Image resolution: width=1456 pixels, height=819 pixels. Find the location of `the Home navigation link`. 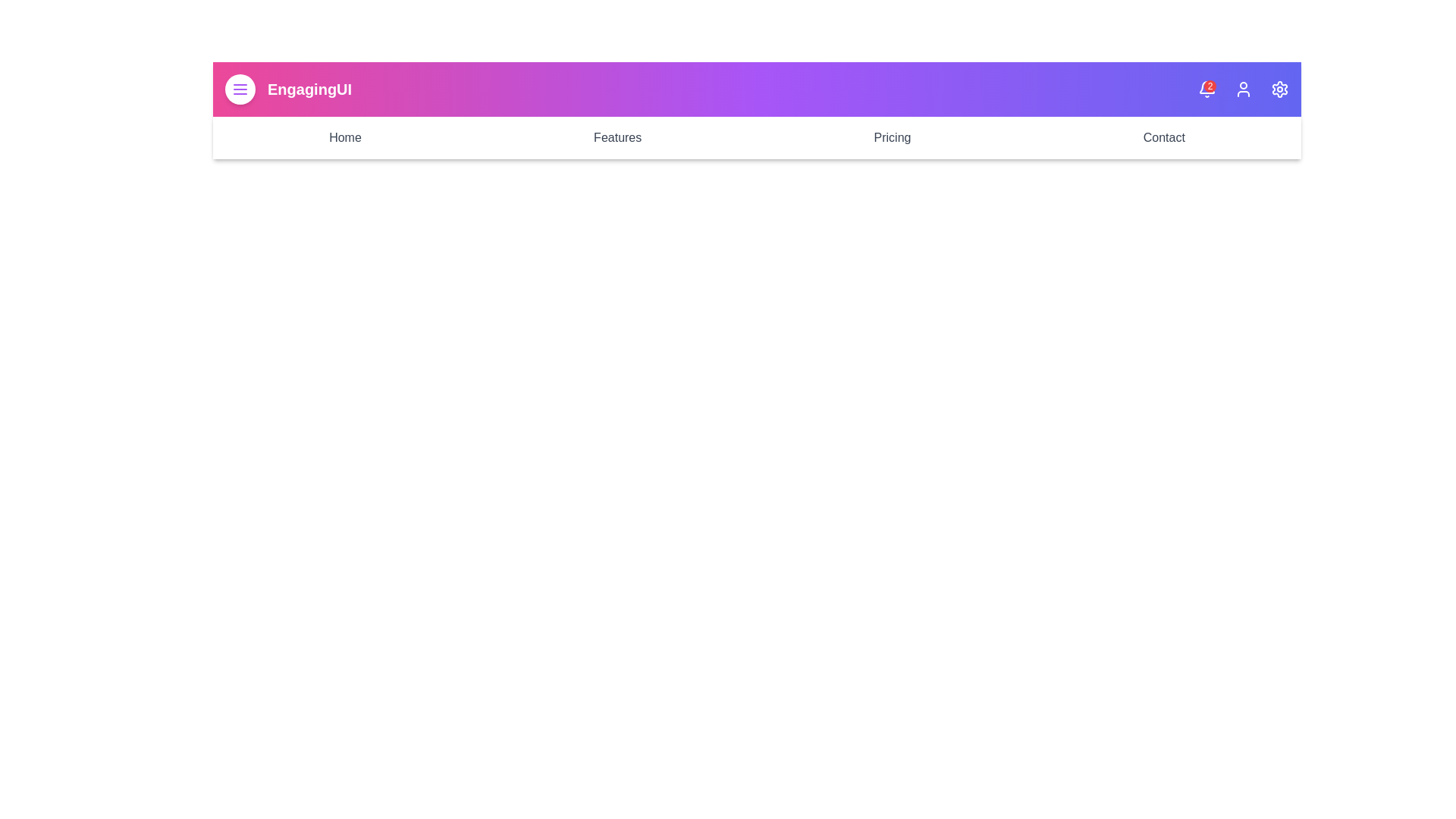

the Home navigation link is located at coordinates (344, 137).